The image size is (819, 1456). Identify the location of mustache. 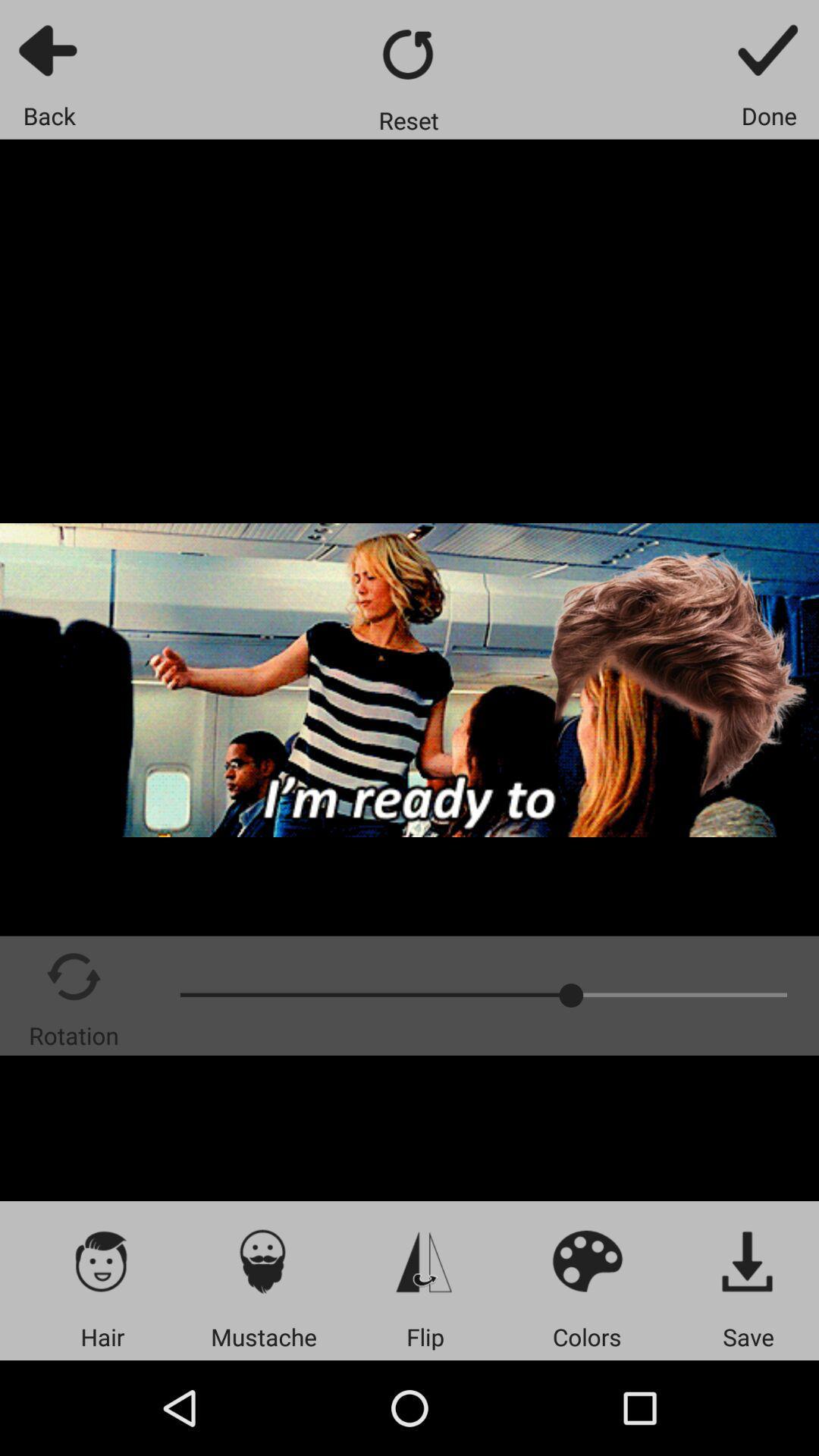
(262, 1260).